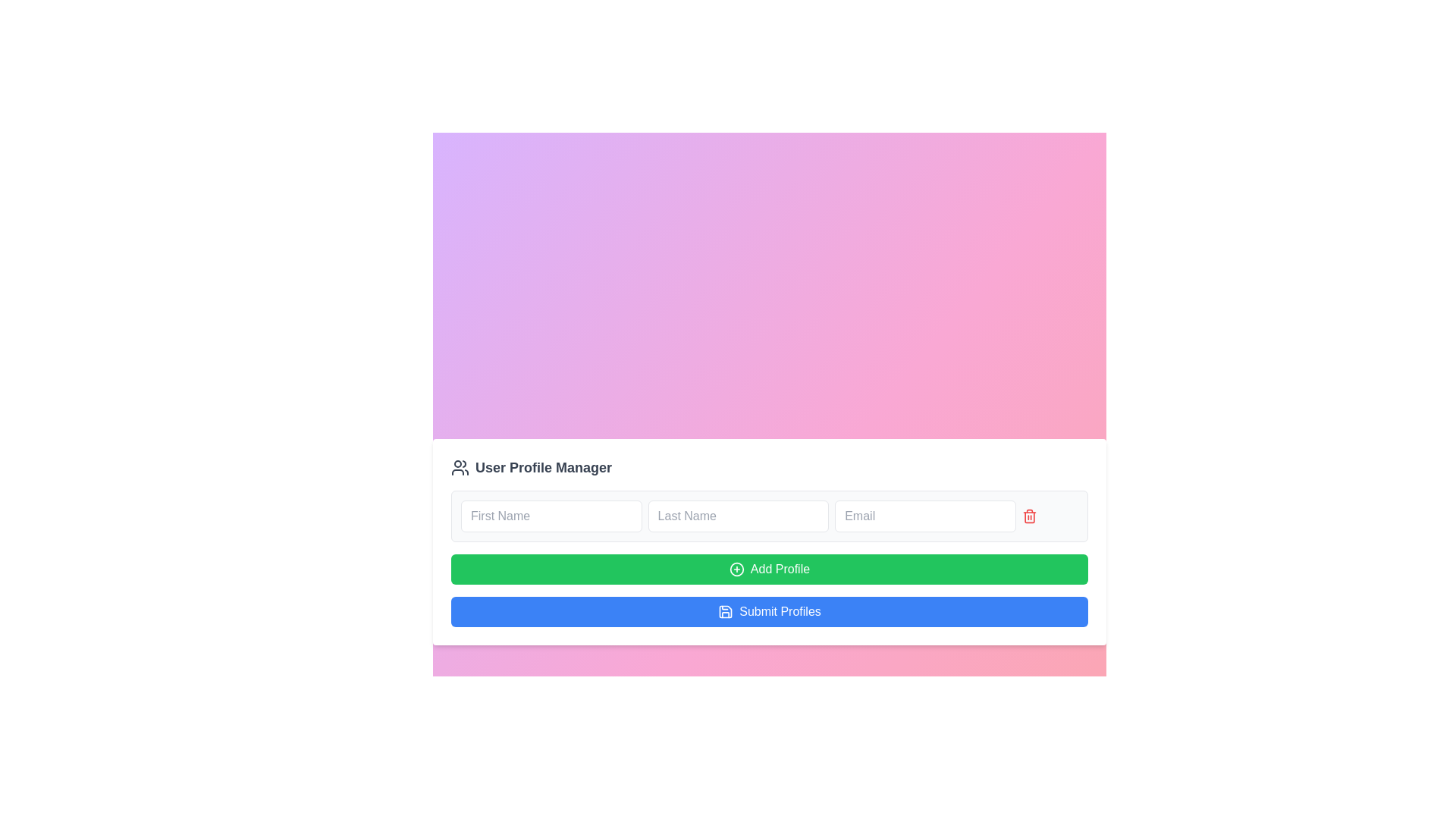 The image size is (1456, 819). Describe the element at coordinates (551, 516) in the screenshot. I see `the first input field for the user's first name to focus on it for profile registration or editing` at that location.